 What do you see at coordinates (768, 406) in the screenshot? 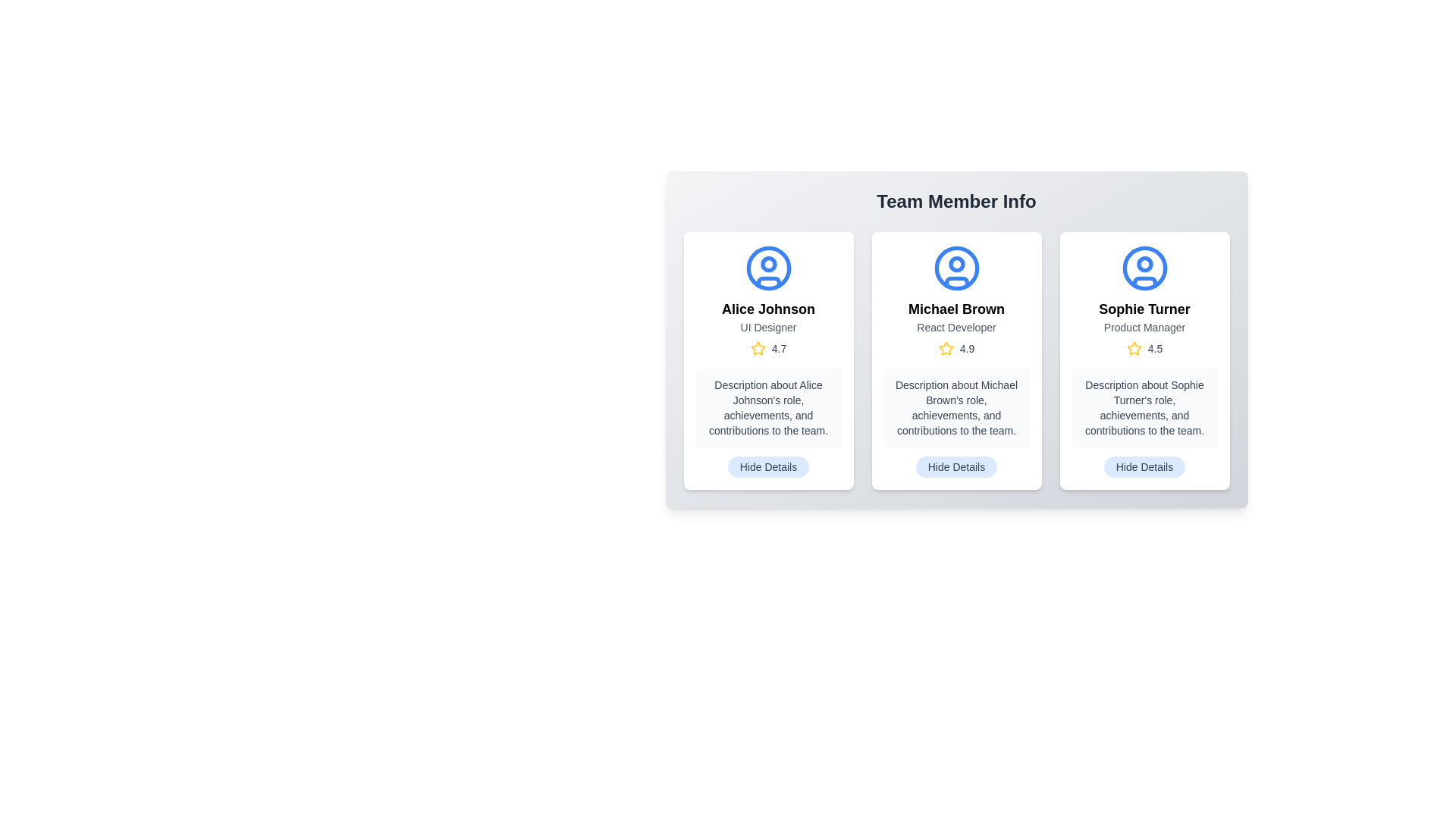
I see `descriptive text block about Alice Johnson's role and contributions, located within her profile card, situated below the rating information and above the 'Hide Details' button` at bounding box center [768, 406].